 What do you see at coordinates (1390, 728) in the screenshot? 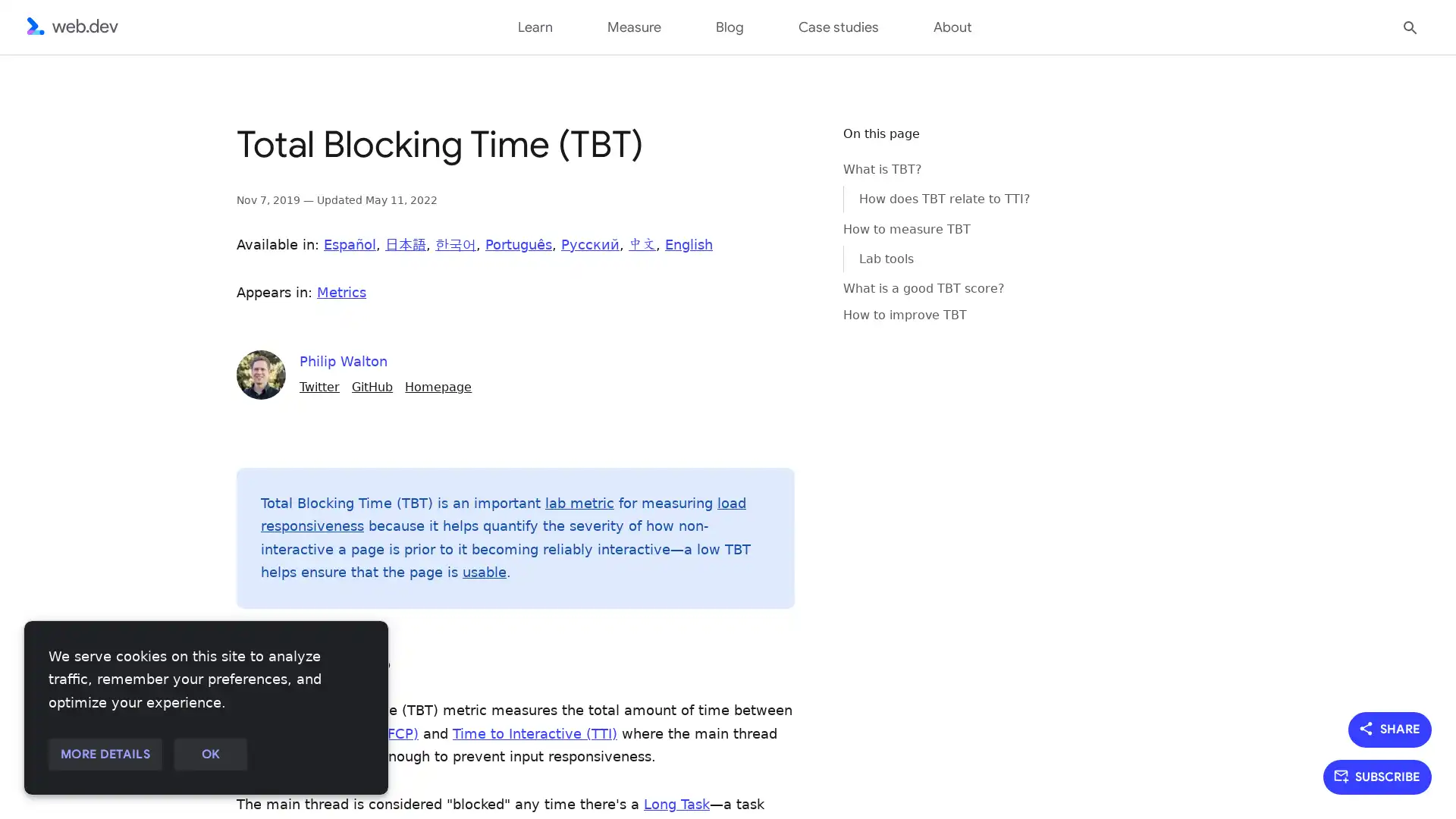
I see `SHARE` at bounding box center [1390, 728].